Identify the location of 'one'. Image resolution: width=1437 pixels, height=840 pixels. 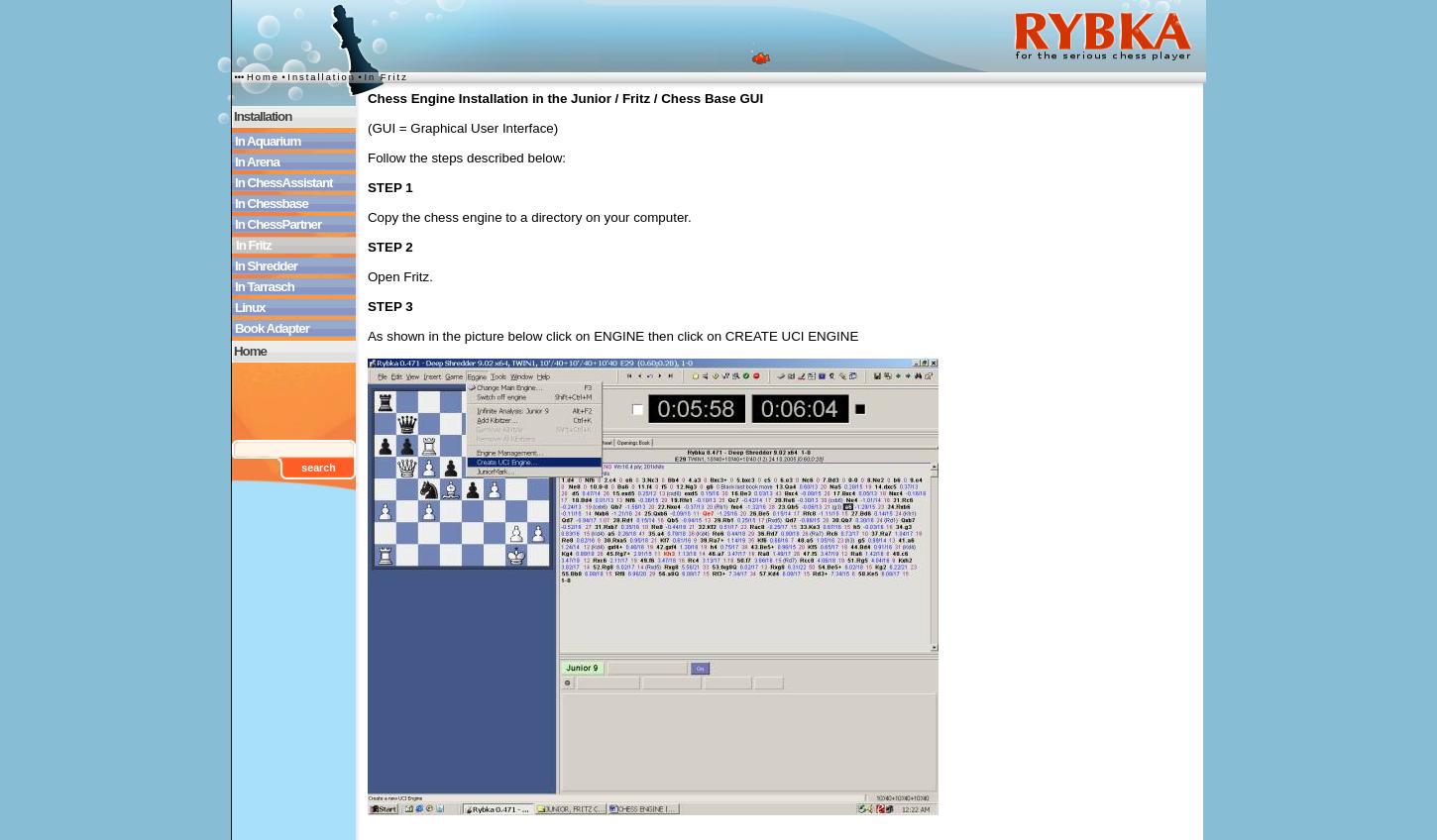
(292, 484).